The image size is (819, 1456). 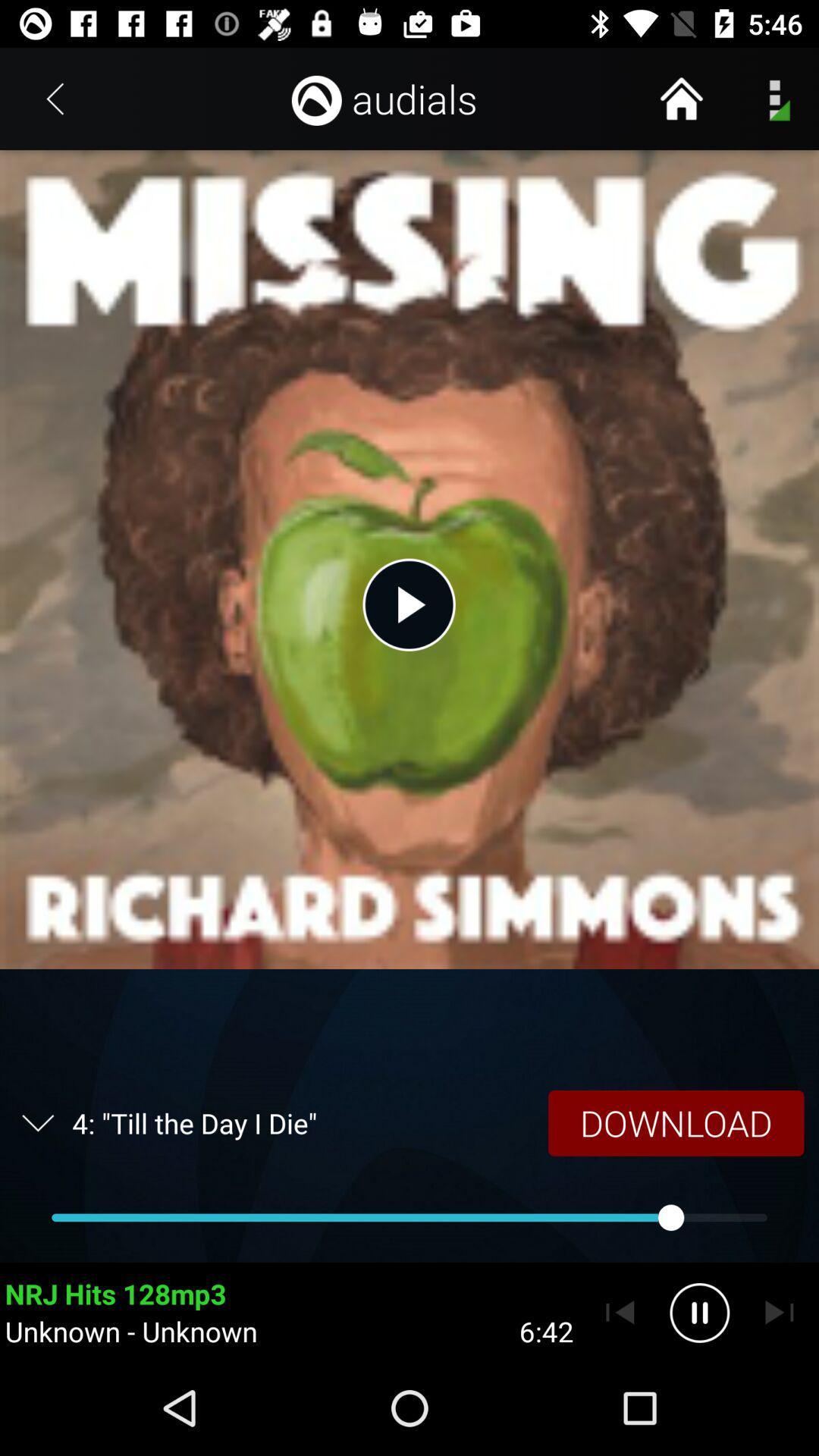 What do you see at coordinates (675, 1123) in the screenshot?
I see `item next to the 4 till the icon` at bounding box center [675, 1123].